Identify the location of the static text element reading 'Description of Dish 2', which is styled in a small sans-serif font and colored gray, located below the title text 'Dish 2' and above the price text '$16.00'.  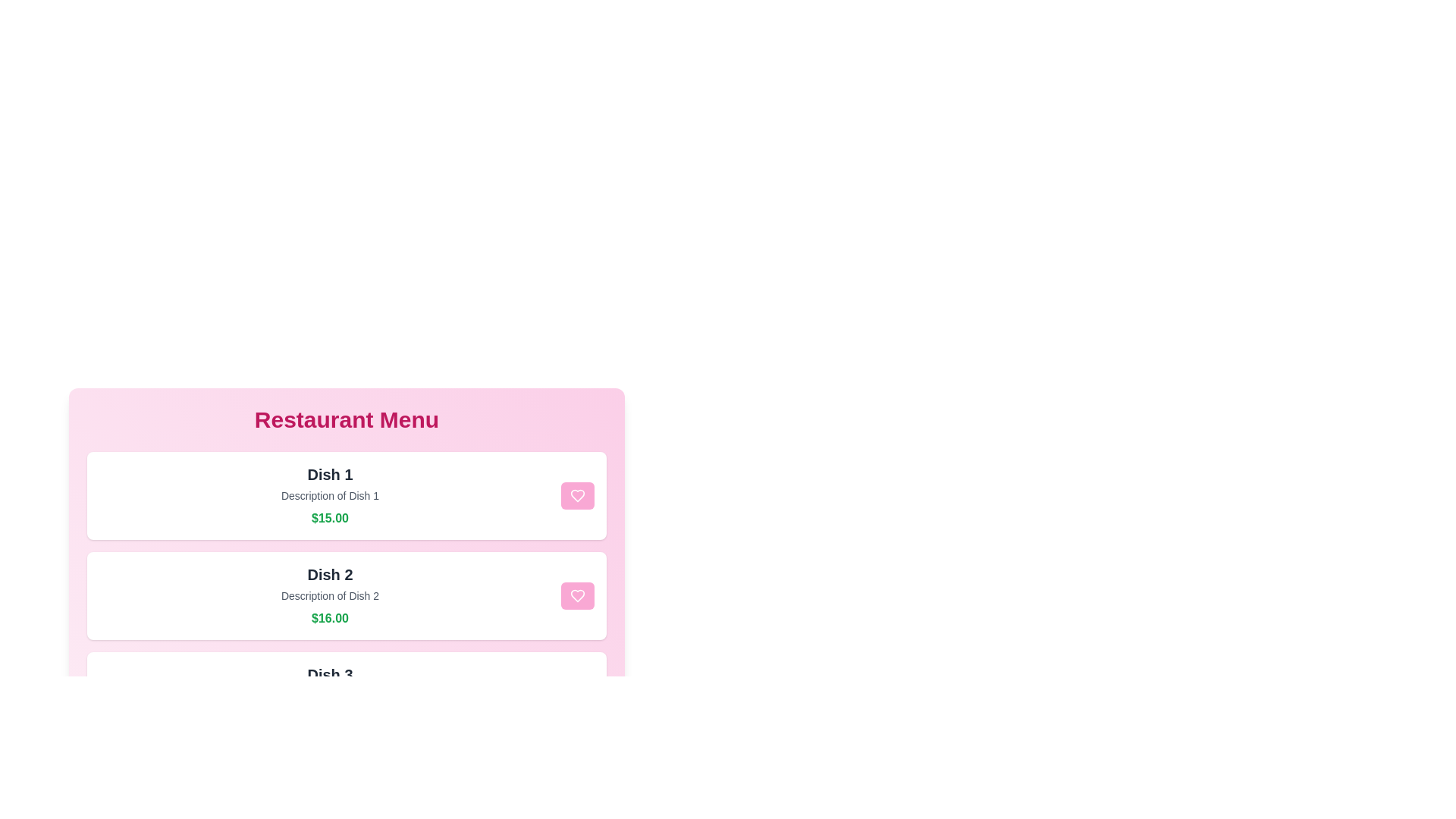
(329, 595).